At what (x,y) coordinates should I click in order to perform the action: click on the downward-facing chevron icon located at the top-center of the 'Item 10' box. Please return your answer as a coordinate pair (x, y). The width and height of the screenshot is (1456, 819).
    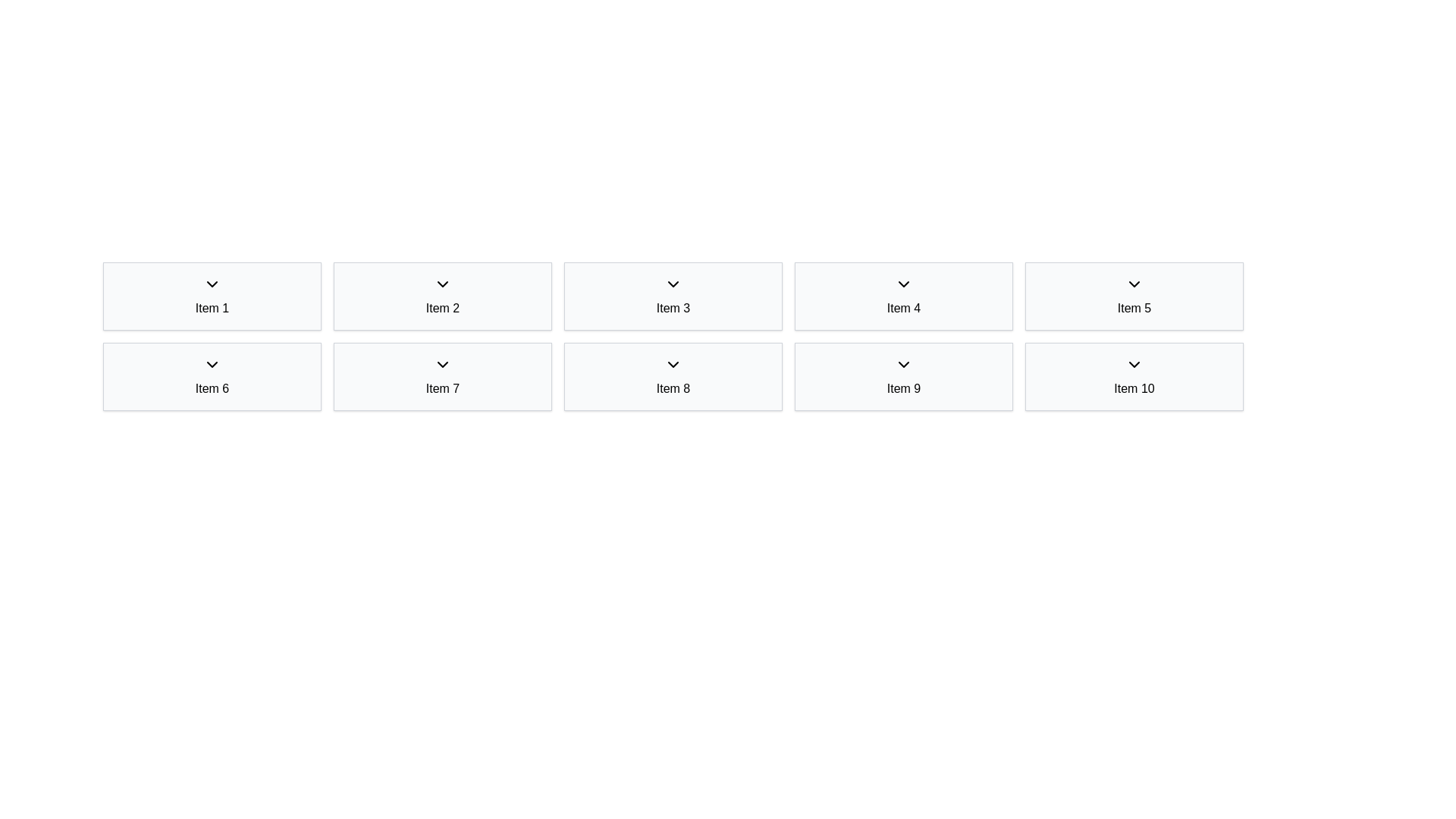
    Looking at the image, I should click on (1134, 365).